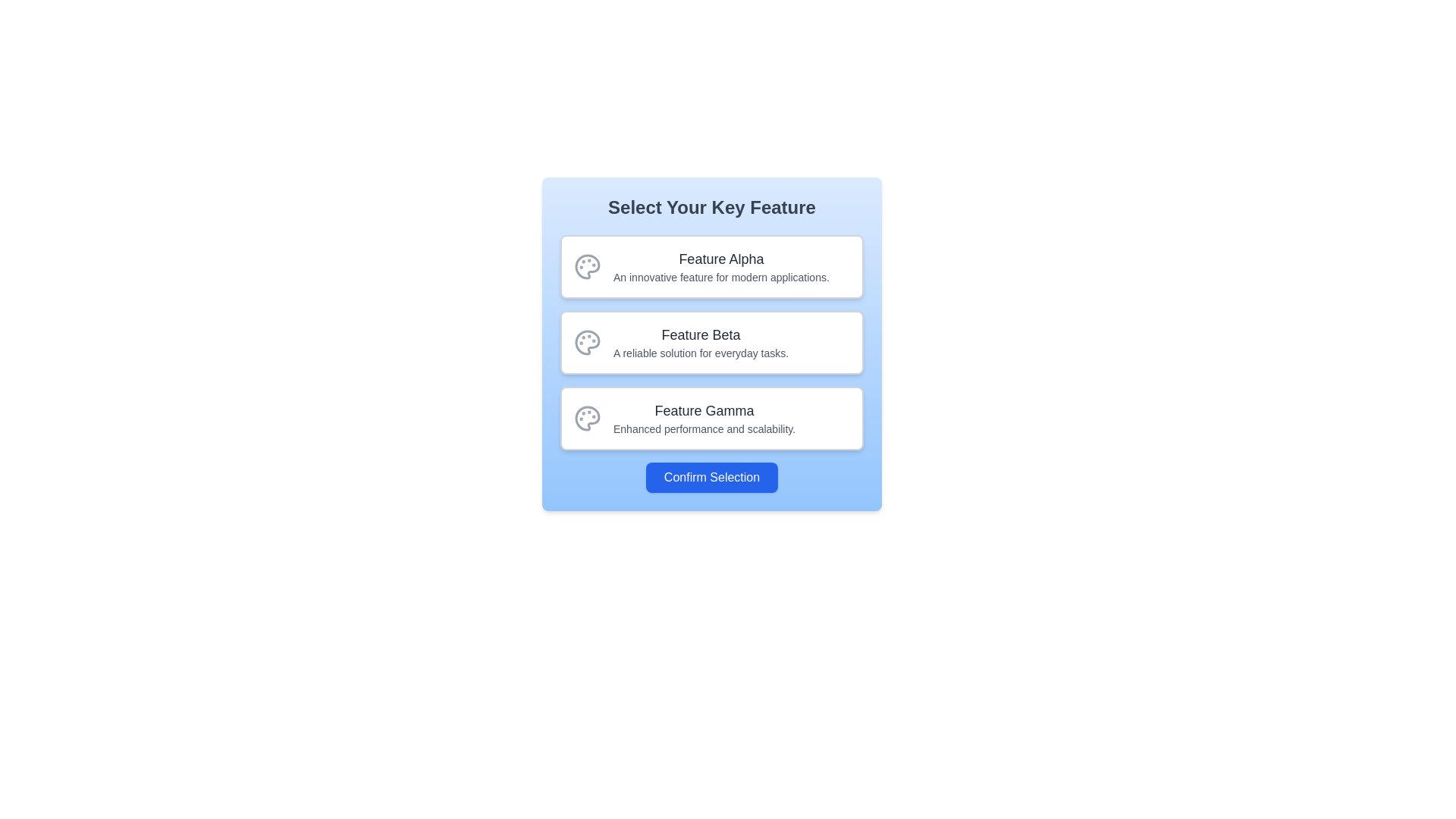 The image size is (1456, 819). Describe the element at coordinates (711, 207) in the screenshot. I see `the Text Label that serves as the title for the selection interface, which is located at the top of a card with a gradient background` at that location.